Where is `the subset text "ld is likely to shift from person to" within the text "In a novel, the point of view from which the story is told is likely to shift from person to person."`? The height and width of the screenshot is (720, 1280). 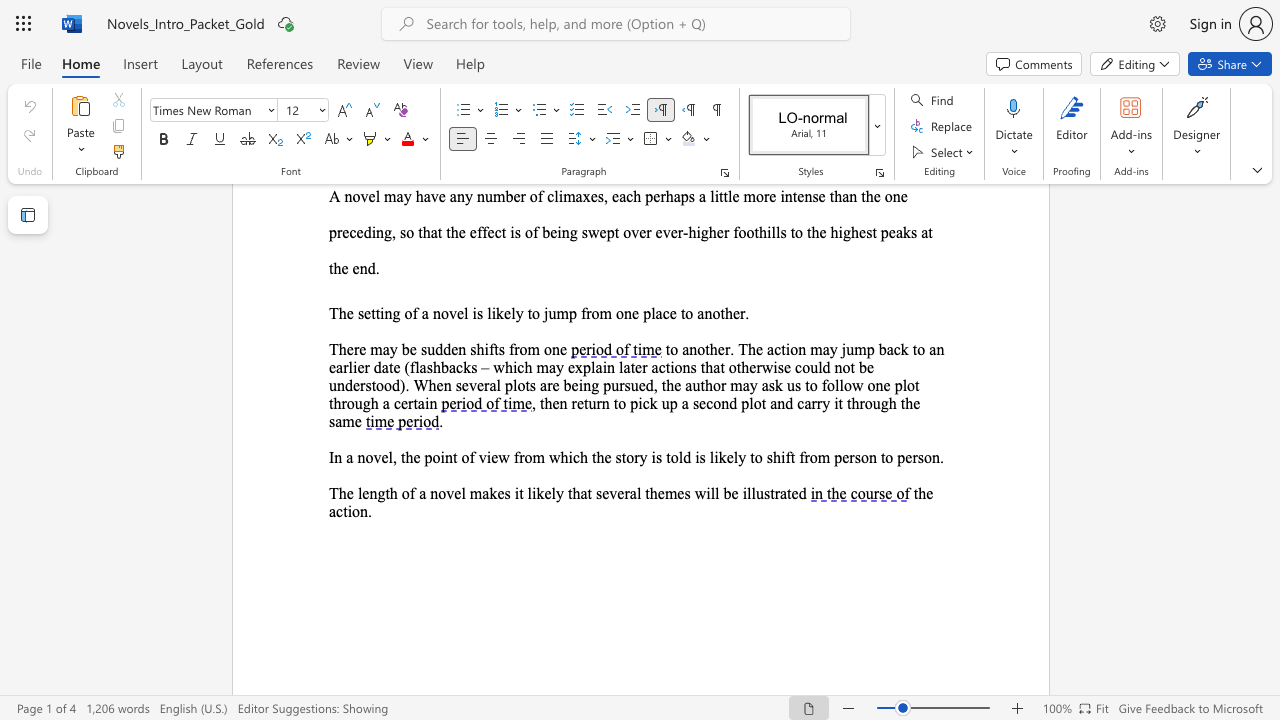
the subset text "ld is likely to shift from person to" within the text "In a novel, the point of view from which the story is told is likely to shift from person to person." is located at coordinates (678, 457).